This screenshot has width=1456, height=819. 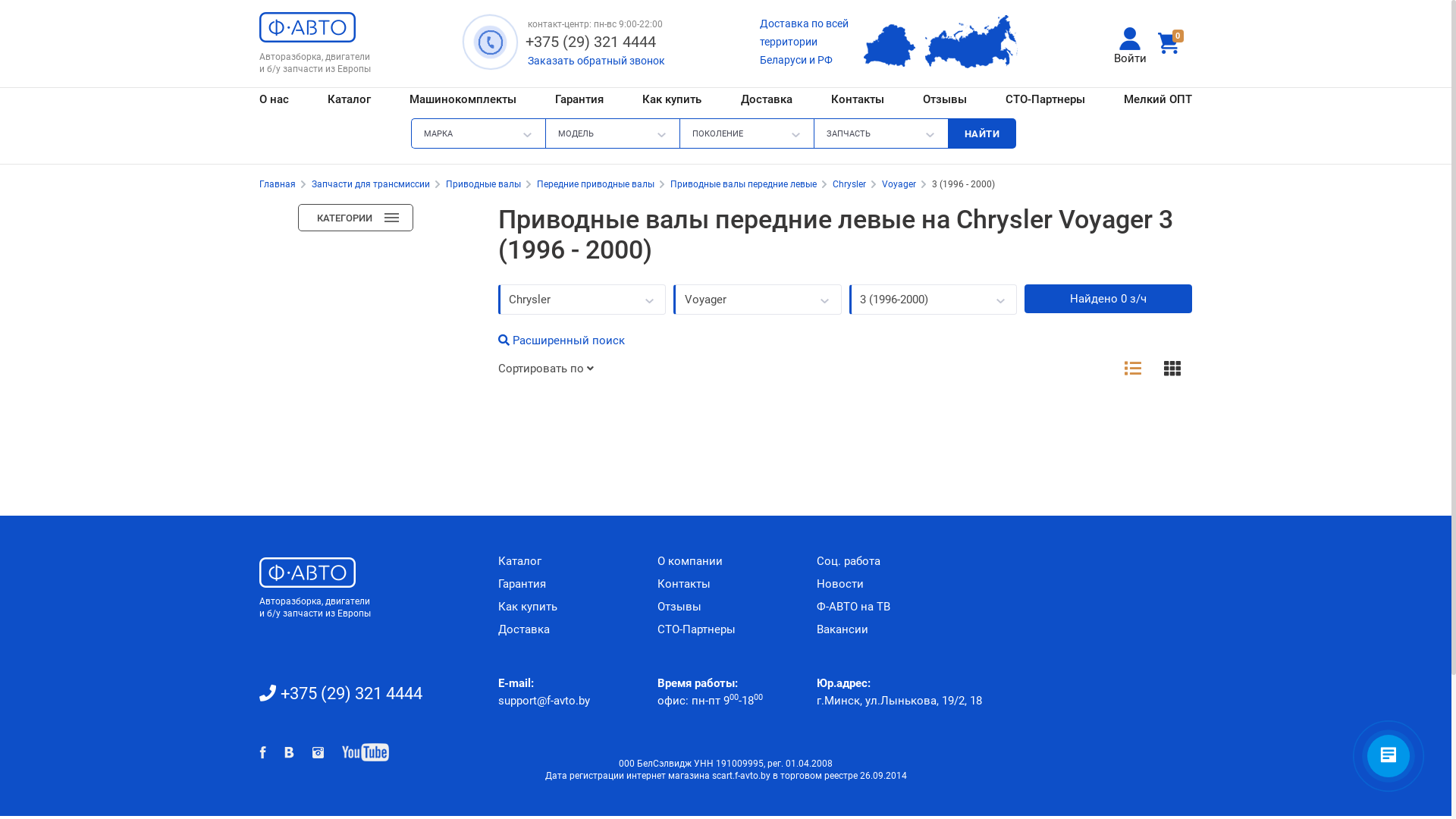 What do you see at coordinates (832, 184) in the screenshot?
I see `'Chrysler'` at bounding box center [832, 184].